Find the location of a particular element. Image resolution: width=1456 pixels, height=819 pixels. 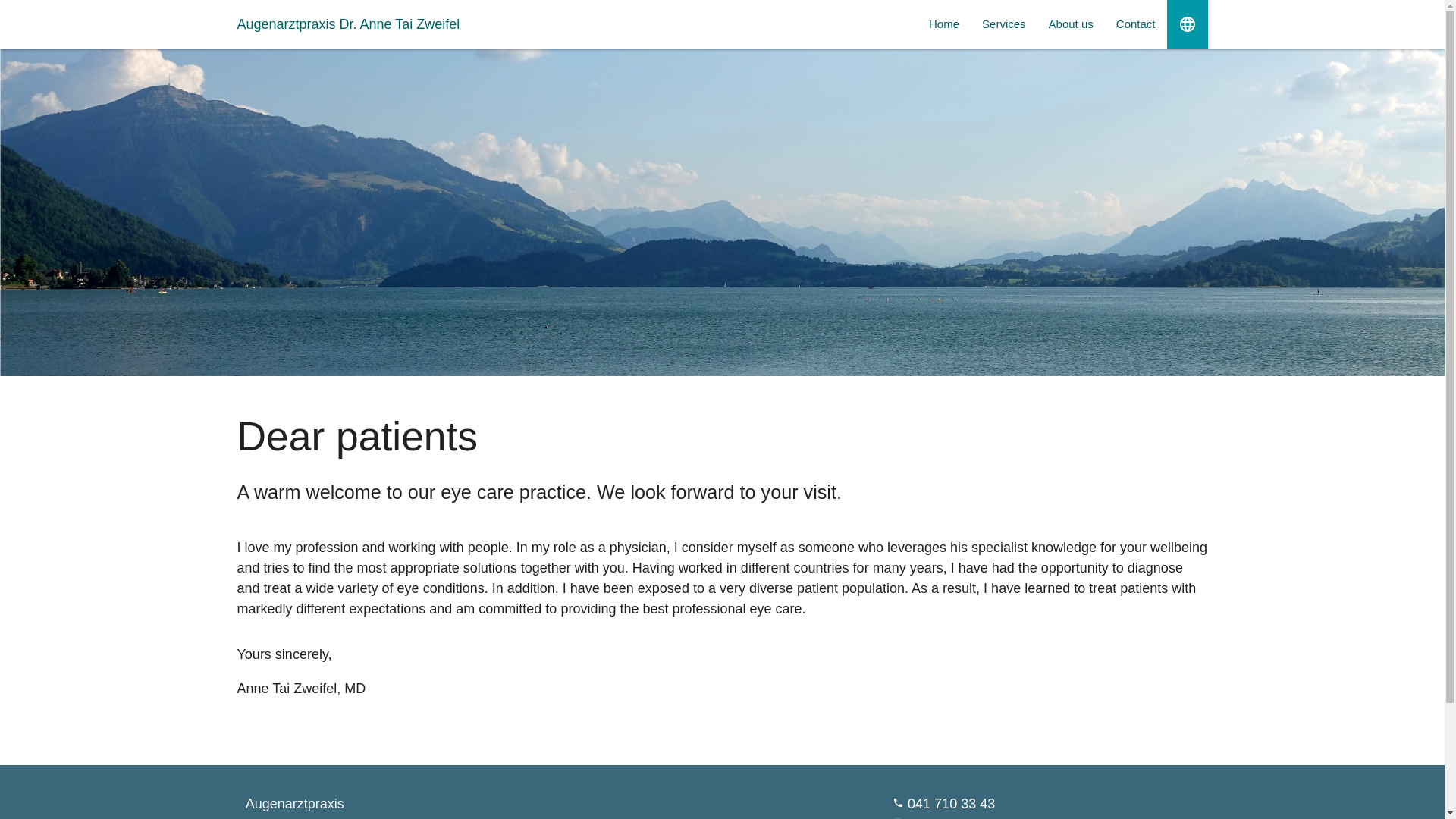

'Augenarztpraxis Dr. Anne Tai Zweifel' is located at coordinates (236, 24).